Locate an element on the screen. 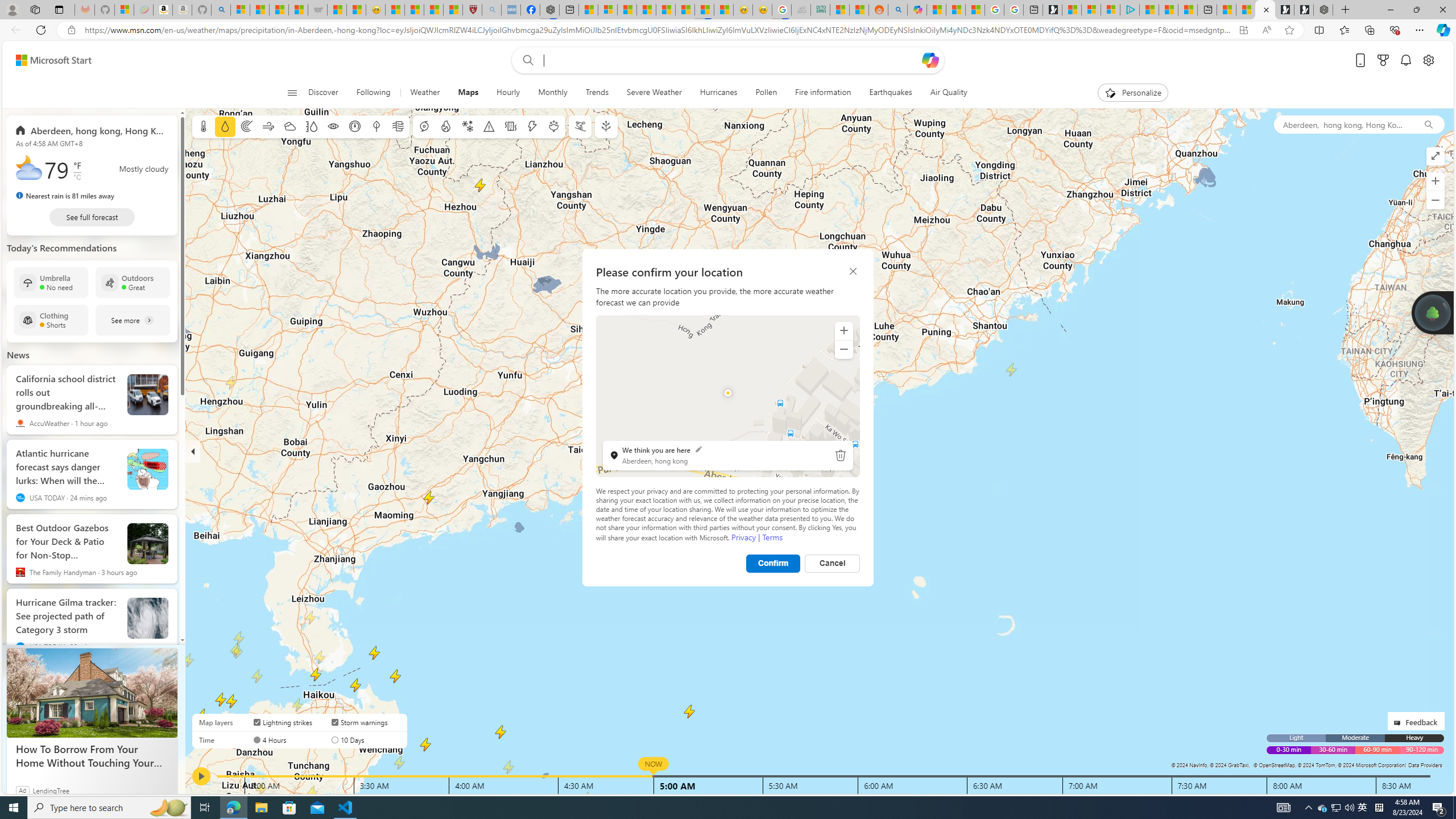 This screenshot has width=1456, height=819. 'Discover' is located at coordinates (328, 92).